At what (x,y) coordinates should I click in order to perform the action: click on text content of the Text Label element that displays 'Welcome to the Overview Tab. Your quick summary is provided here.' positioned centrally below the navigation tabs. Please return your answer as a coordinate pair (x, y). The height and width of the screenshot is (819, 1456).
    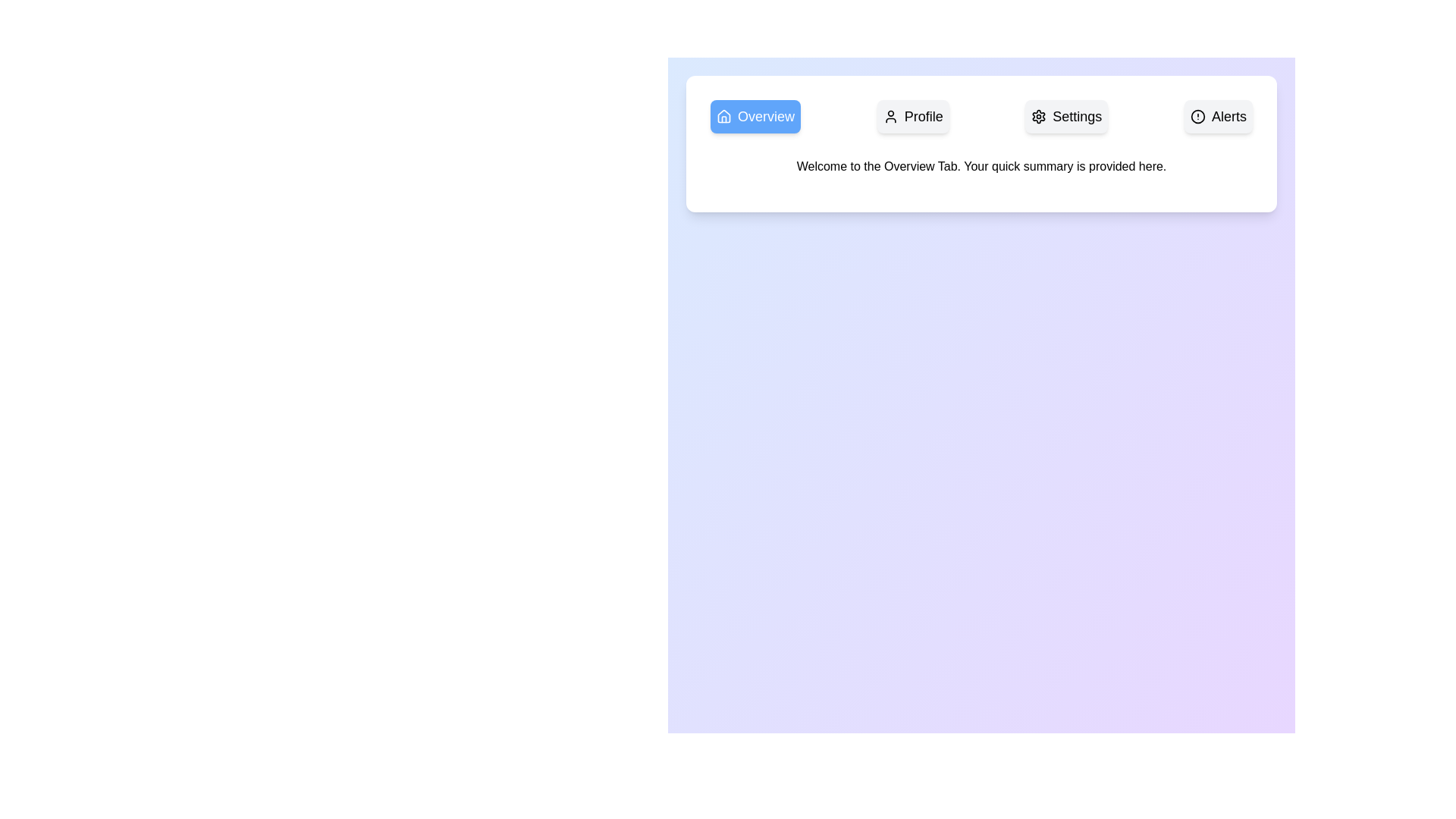
    Looking at the image, I should click on (981, 166).